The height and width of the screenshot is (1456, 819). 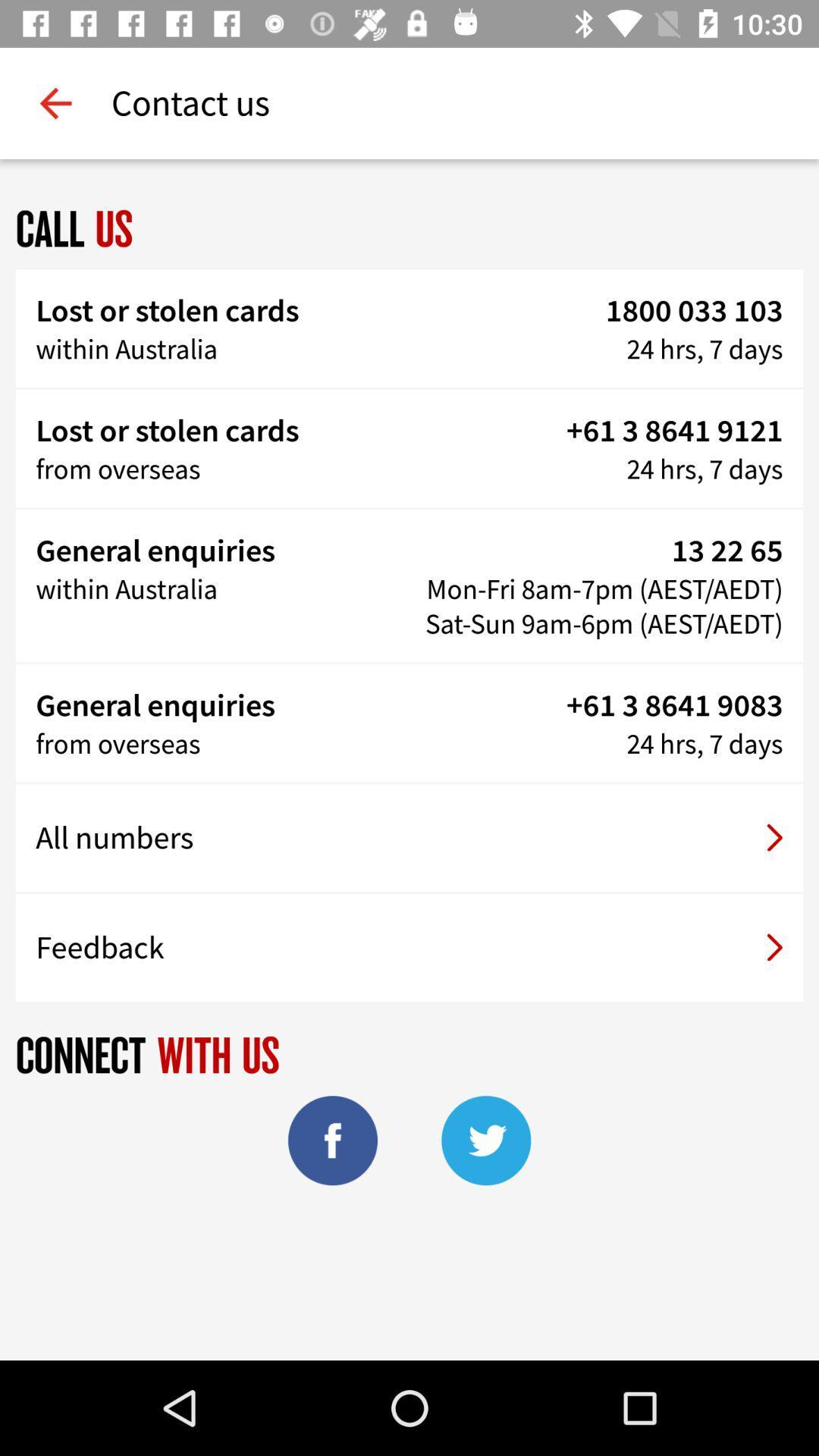 I want to click on twitter icon at the bottom of the page, so click(x=486, y=1141).